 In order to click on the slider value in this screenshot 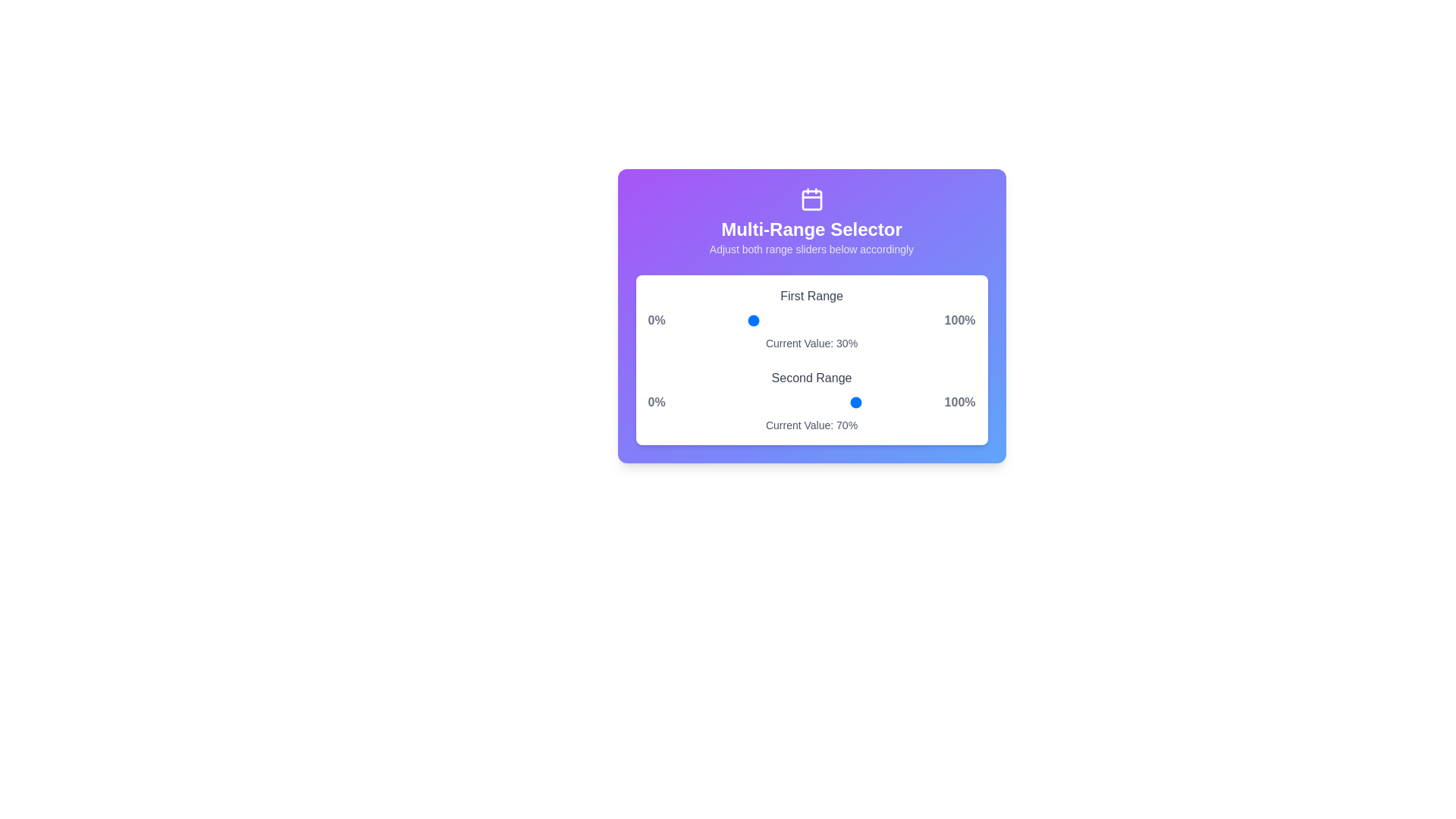, I will do `click(887, 320)`.